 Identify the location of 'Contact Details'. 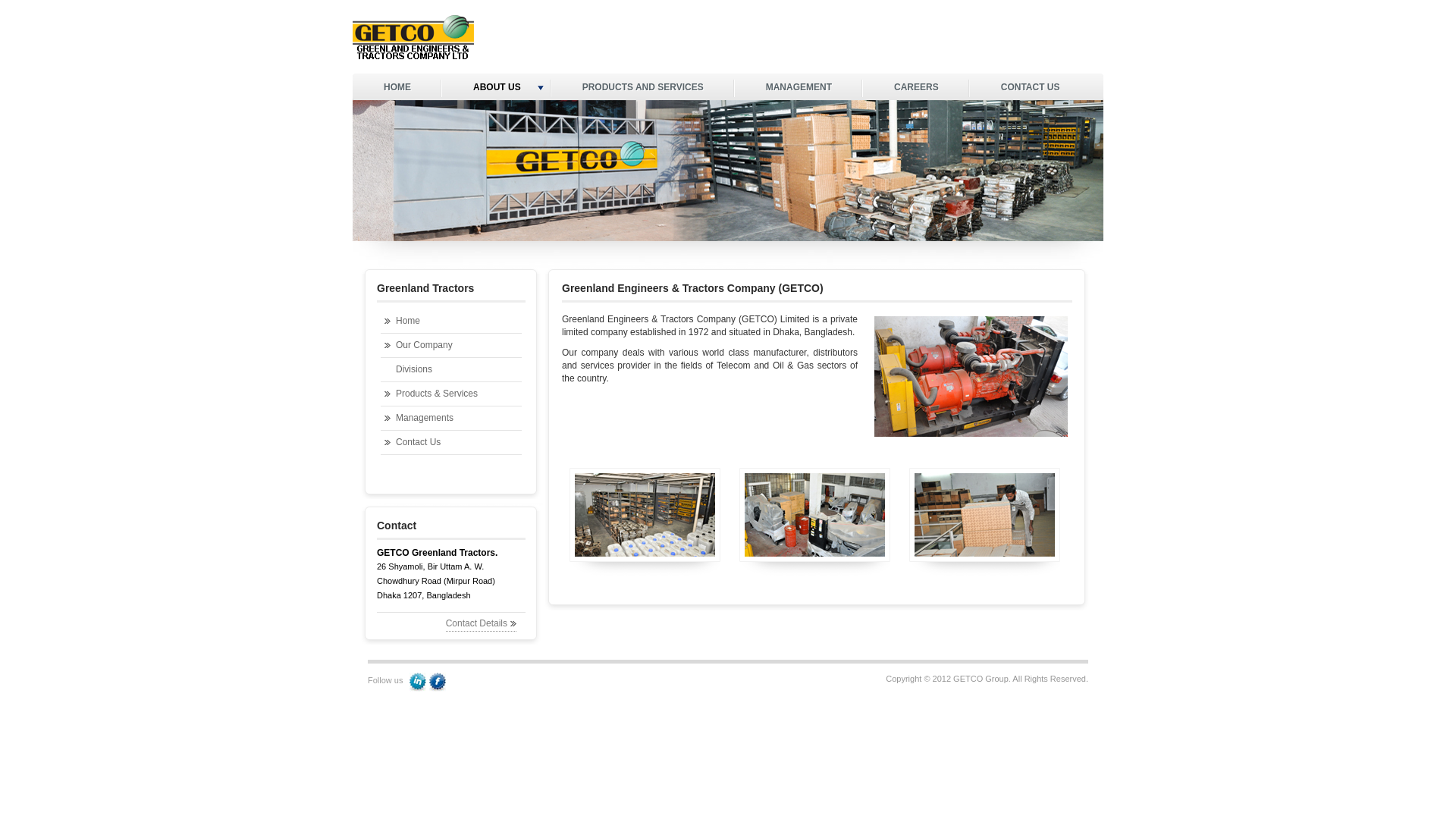
(480, 623).